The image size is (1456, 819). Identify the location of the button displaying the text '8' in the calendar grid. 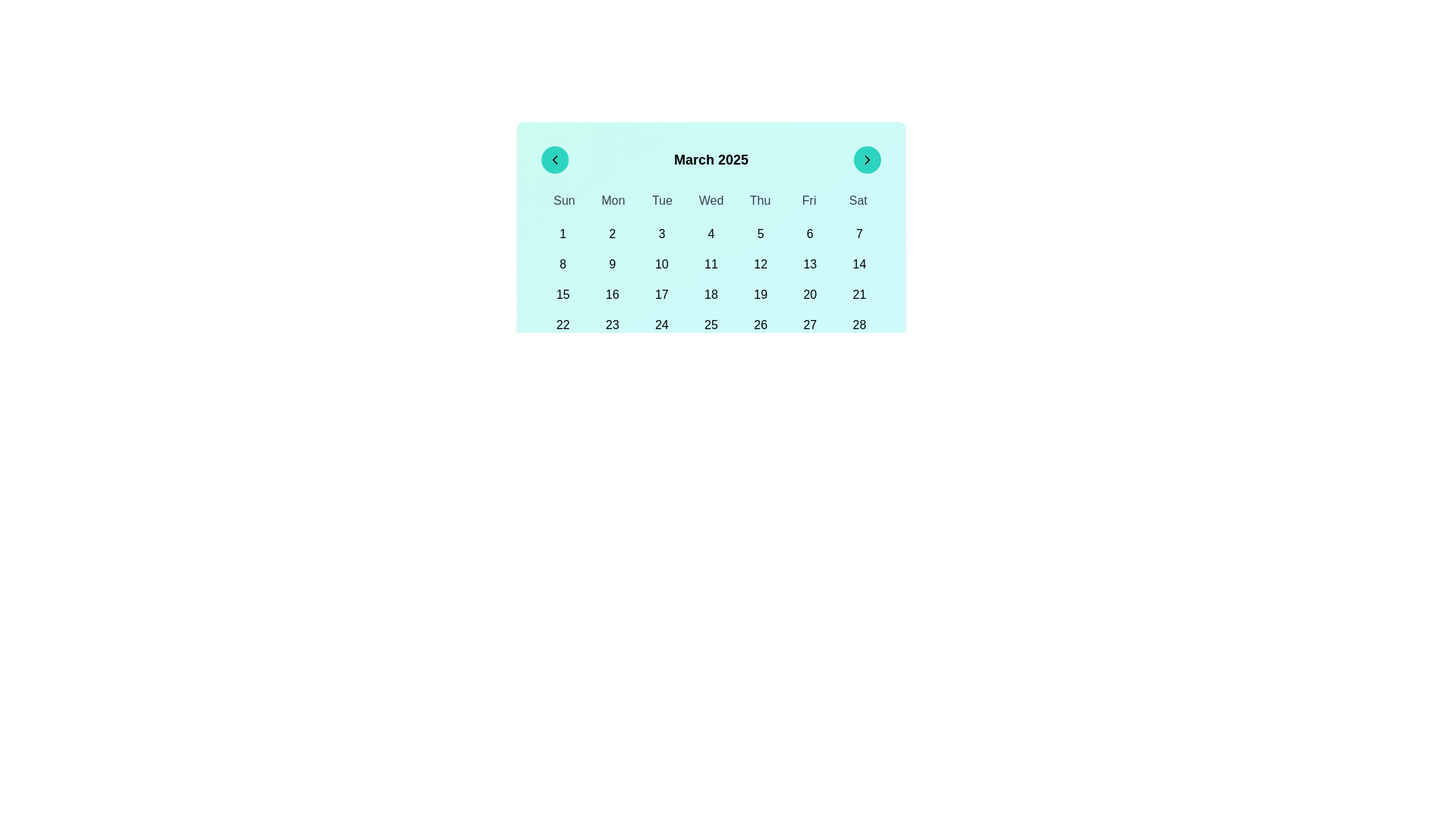
(562, 263).